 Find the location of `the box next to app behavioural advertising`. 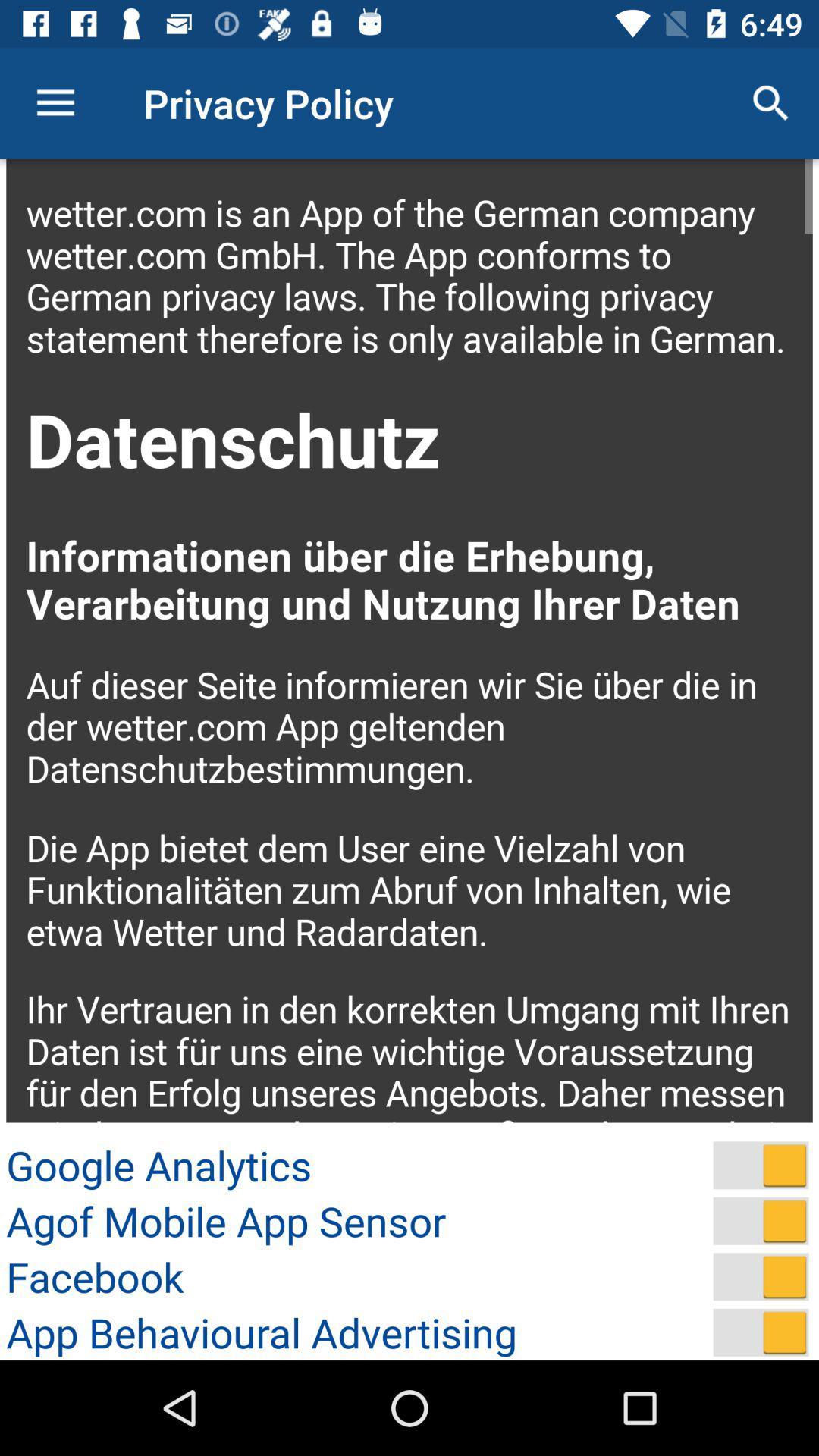

the box next to app behavioural advertising is located at coordinates (761, 1332).